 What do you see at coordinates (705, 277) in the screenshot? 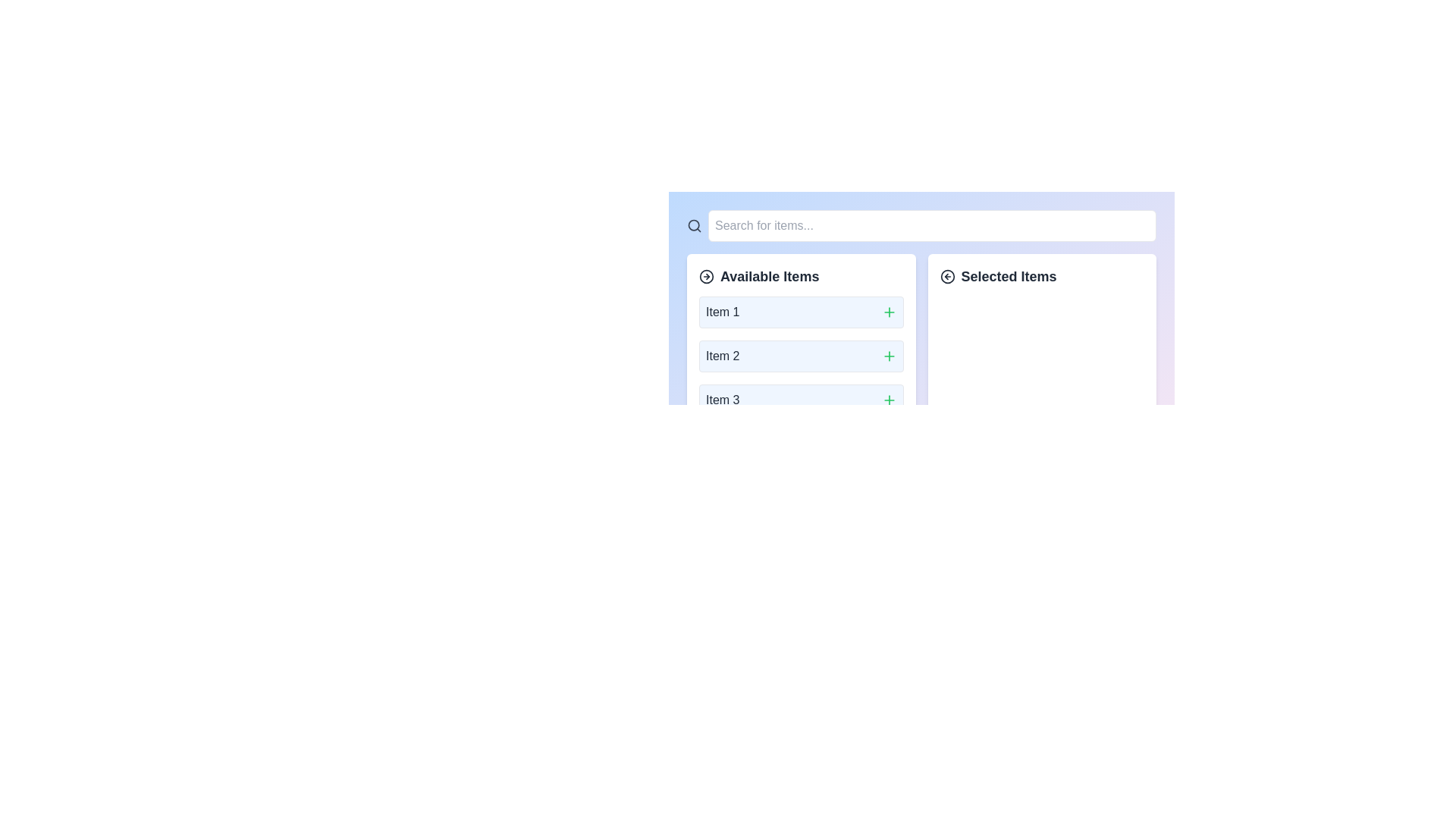
I see `the circle SVG graphical element that is centrally positioned within the icon next to the 'Available Items' label` at bounding box center [705, 277].